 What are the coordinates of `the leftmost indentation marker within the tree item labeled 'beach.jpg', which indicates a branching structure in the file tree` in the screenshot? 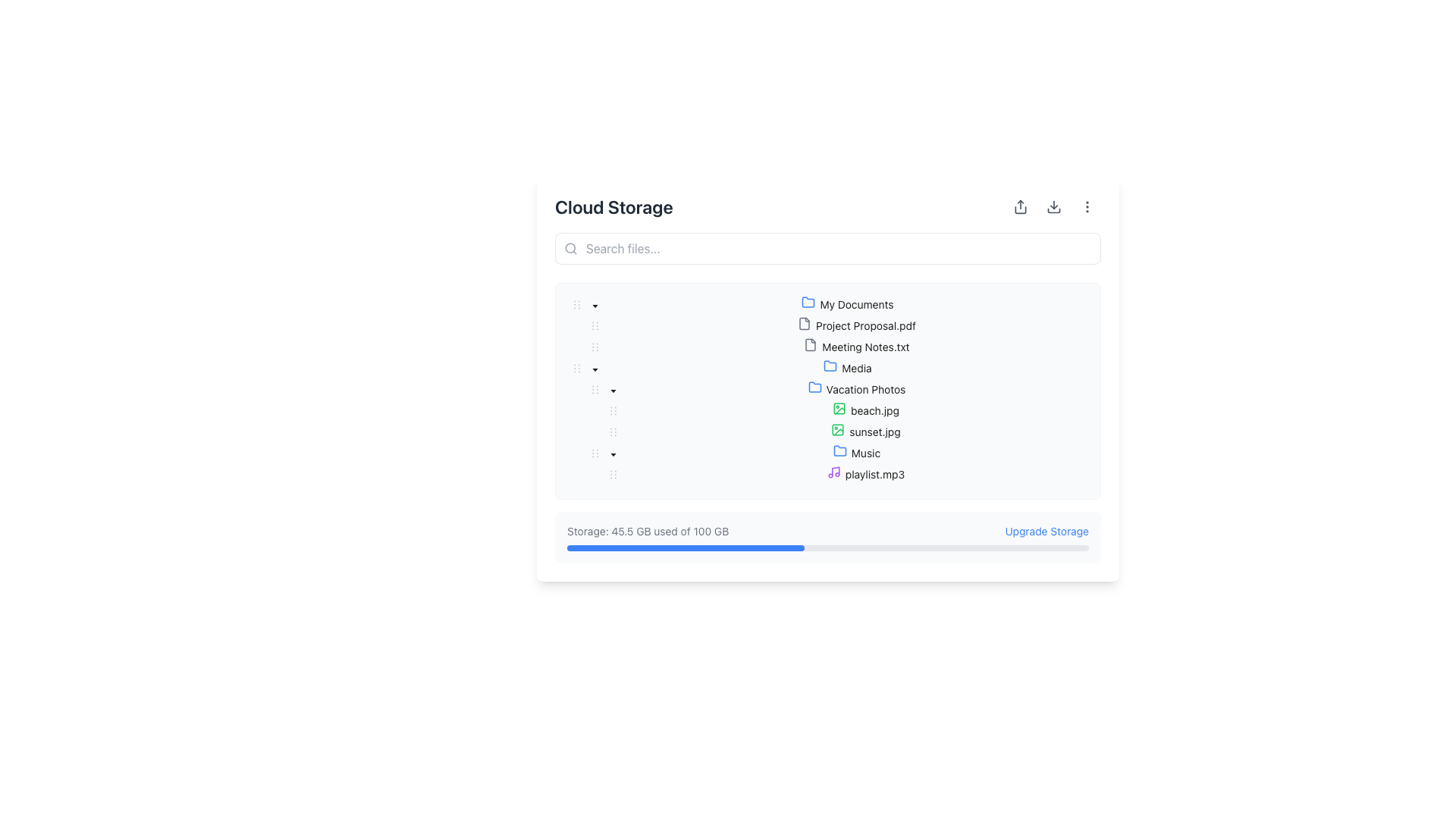 It's located at (585, 411).